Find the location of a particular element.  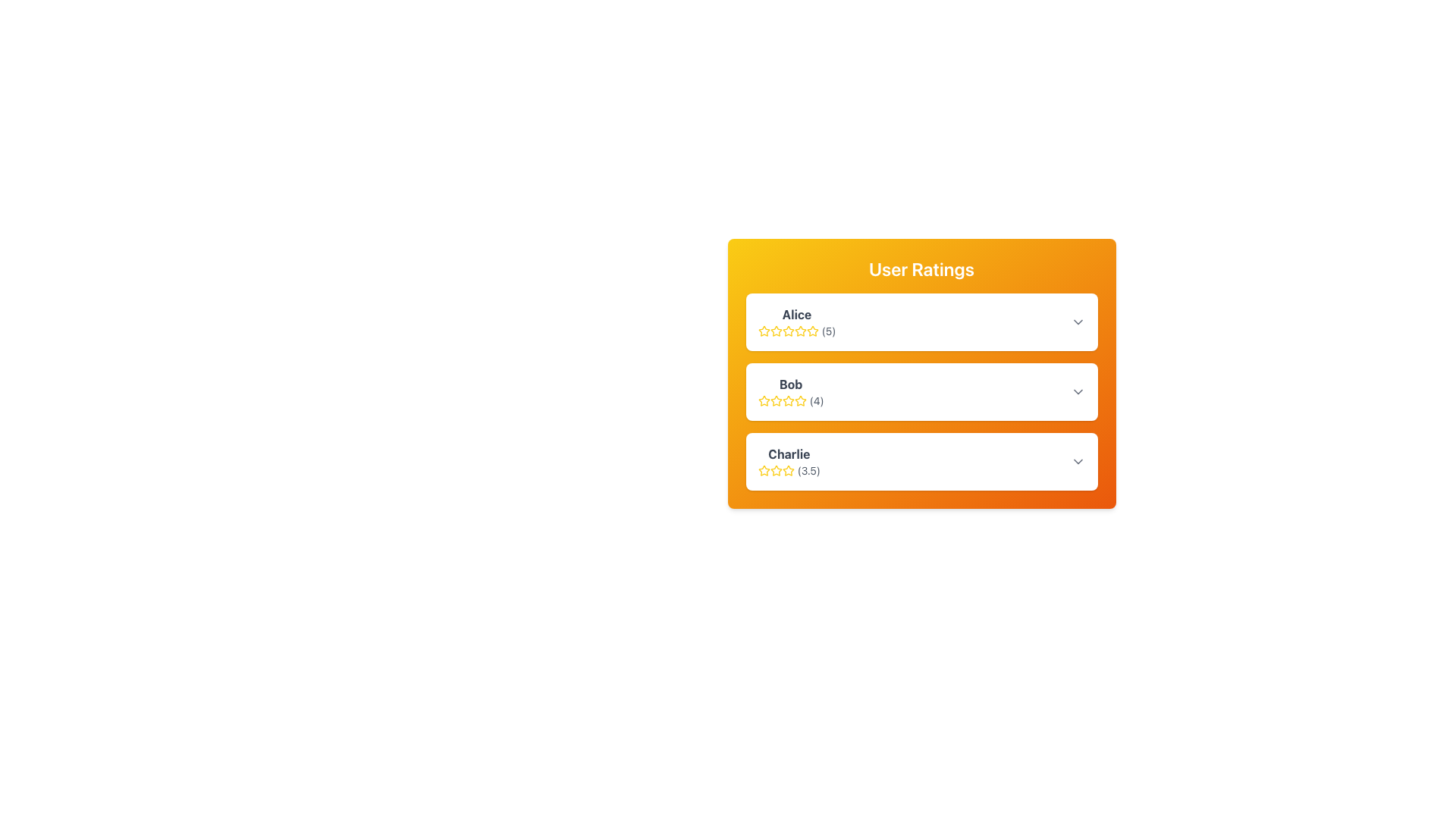

text label '(3.5)' that is styled in gray color and located to the right of the star rating display under the name 'Charlie' in the 'User Ratings' section is located at coordinates (808, 470).